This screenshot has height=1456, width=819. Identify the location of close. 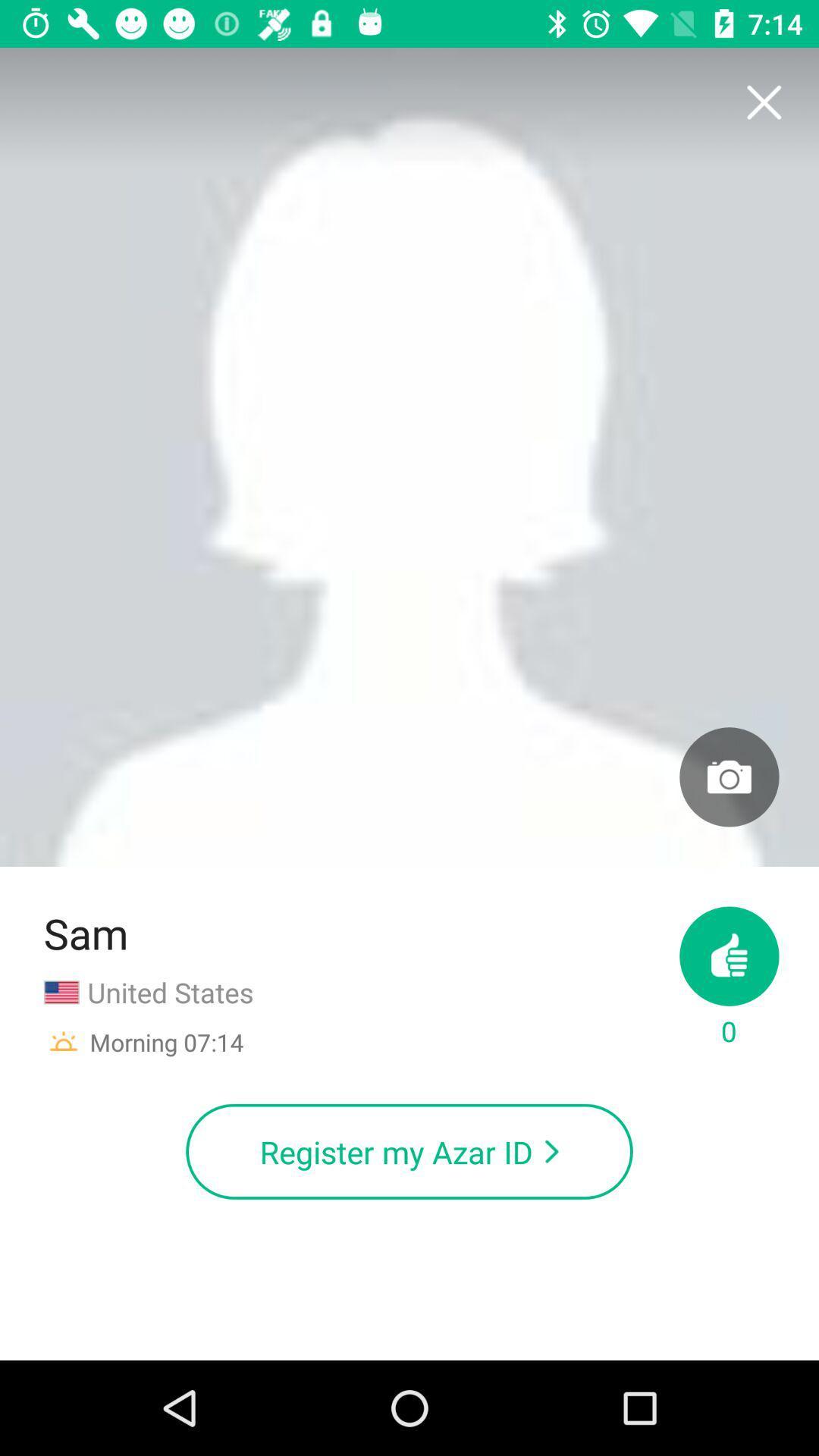
(763, 102).